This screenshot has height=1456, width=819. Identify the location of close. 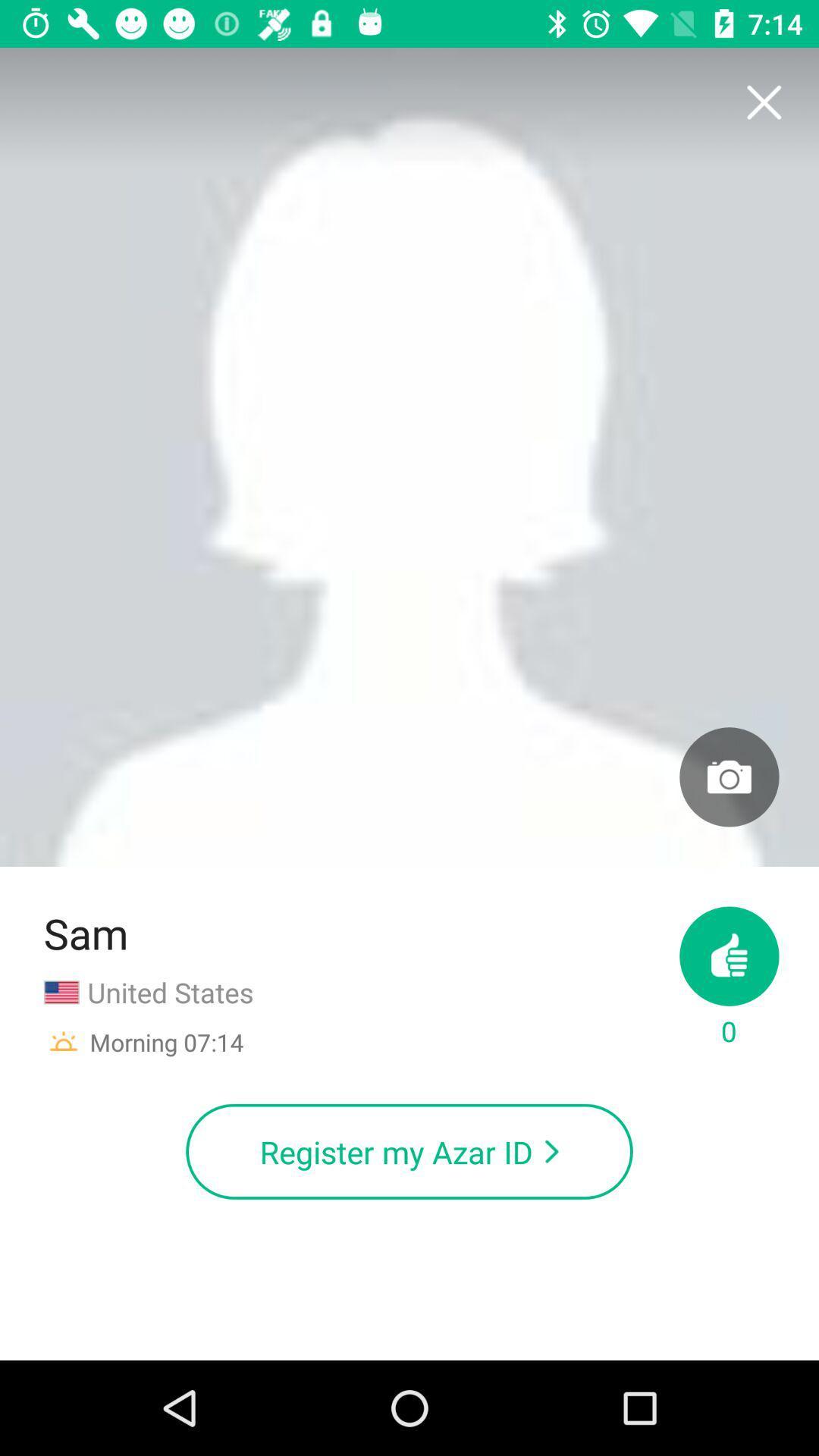
(763, 102).